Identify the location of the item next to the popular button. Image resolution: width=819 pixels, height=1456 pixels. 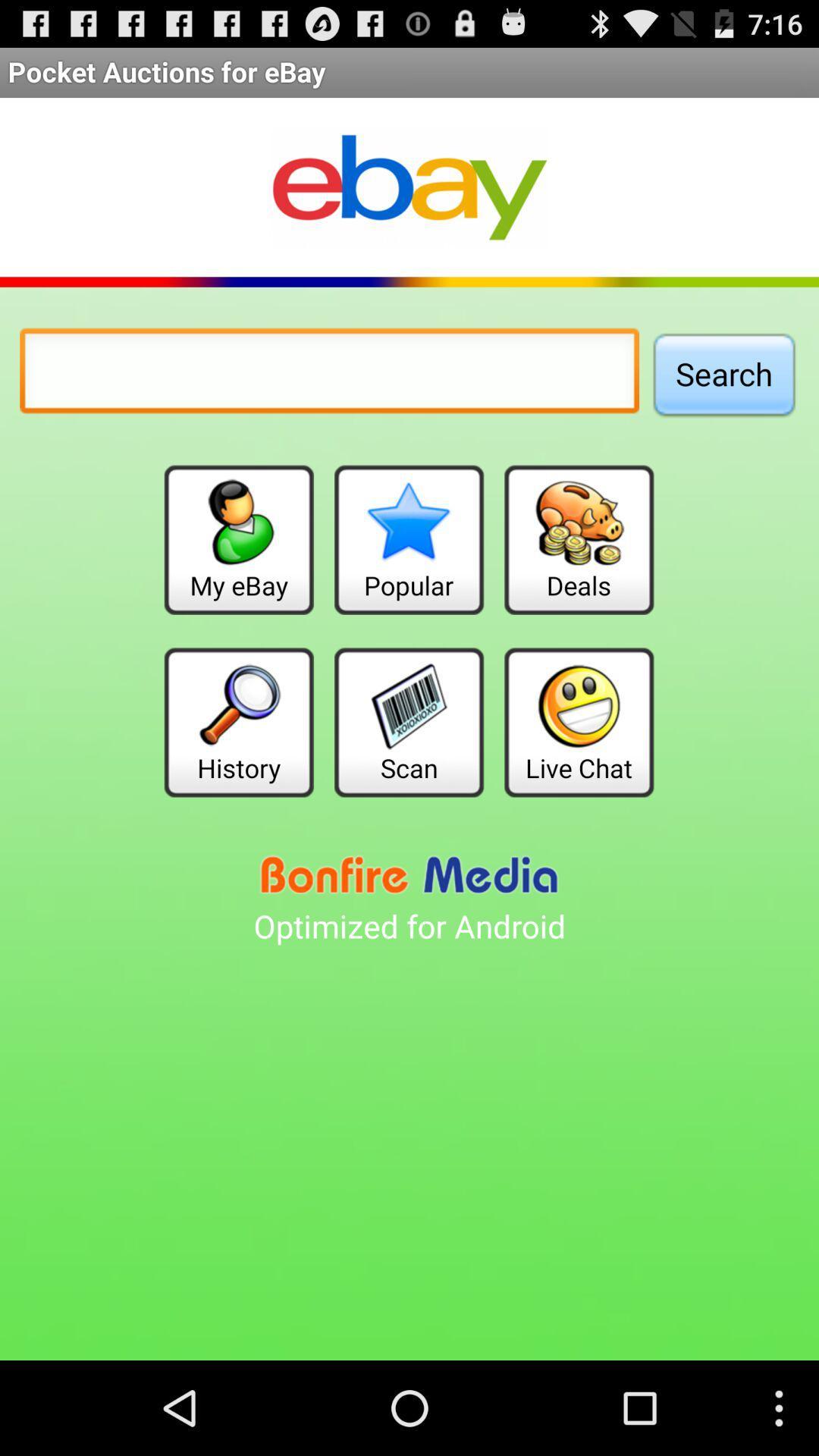
(239, 540).